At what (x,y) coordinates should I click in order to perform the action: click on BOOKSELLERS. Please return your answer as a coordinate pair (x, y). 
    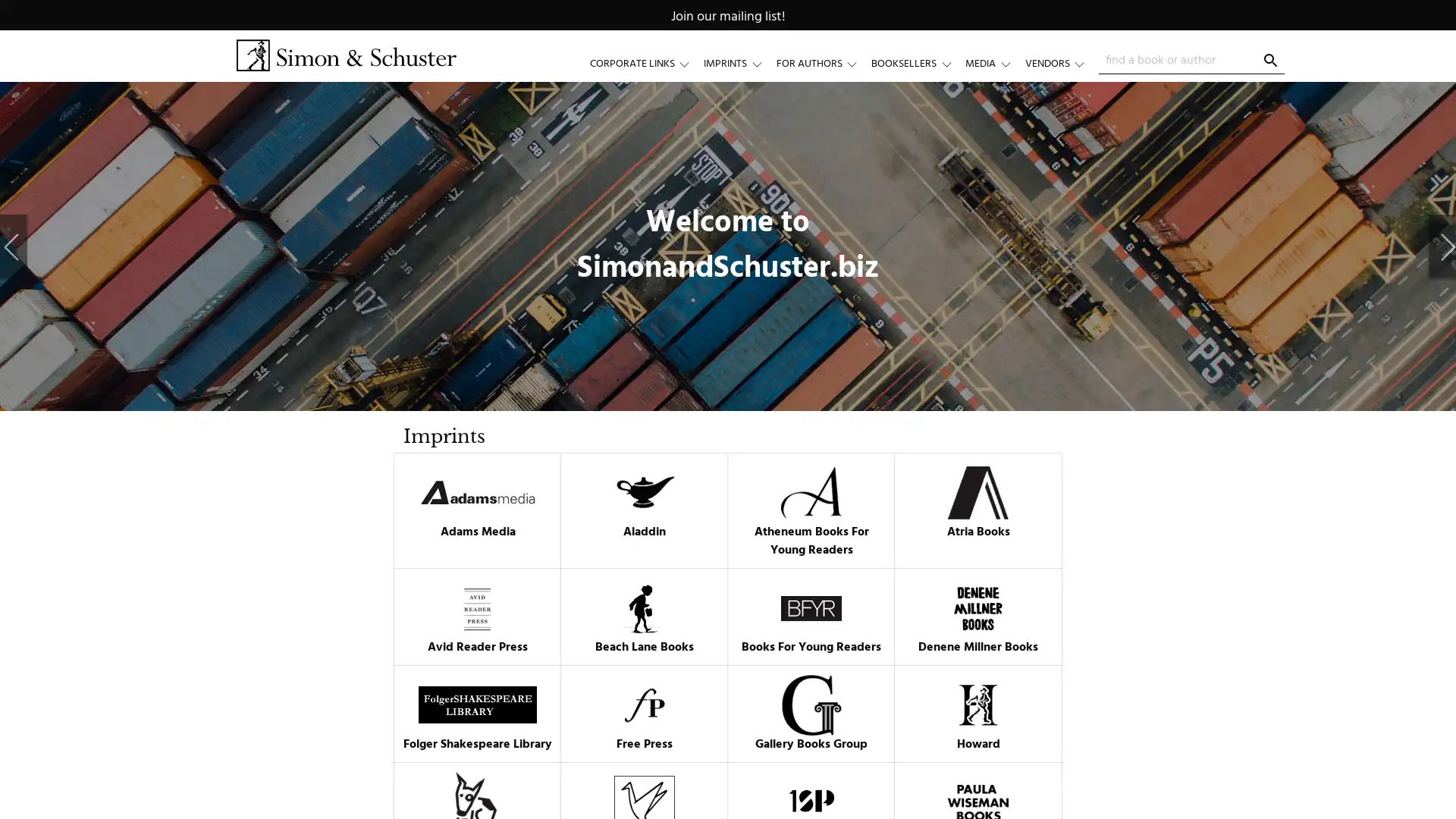
    Looking at the image, I should click on (917, 63).